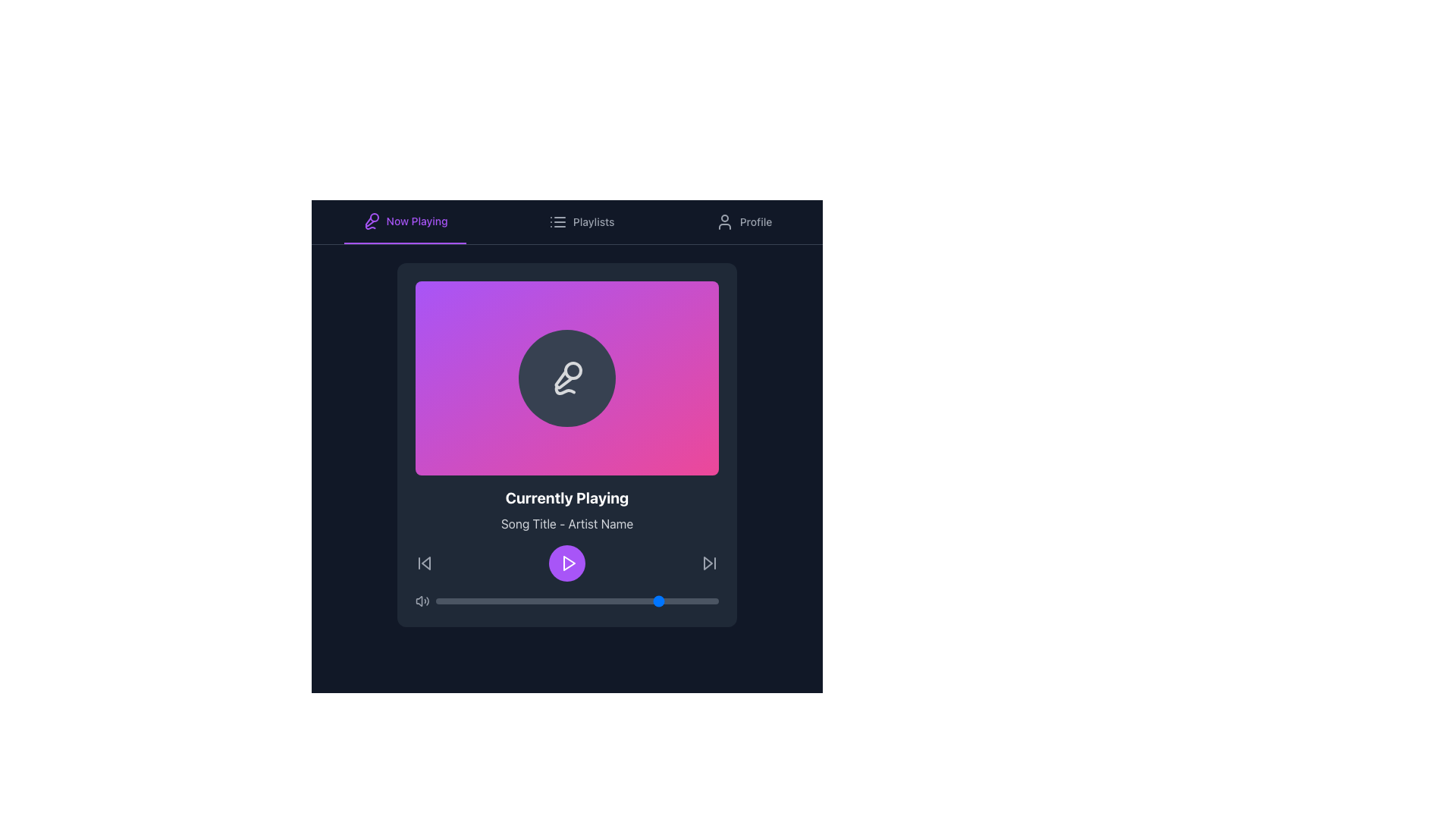 This screenshot has width=1456, height=819. What do you see at coordinates (708, 563) in the screenshot?
I see `the forward navigation or skip button, which is a triangular SVG graphic located in the lower-right part of the media player interface` at bounding box center [708, 563].